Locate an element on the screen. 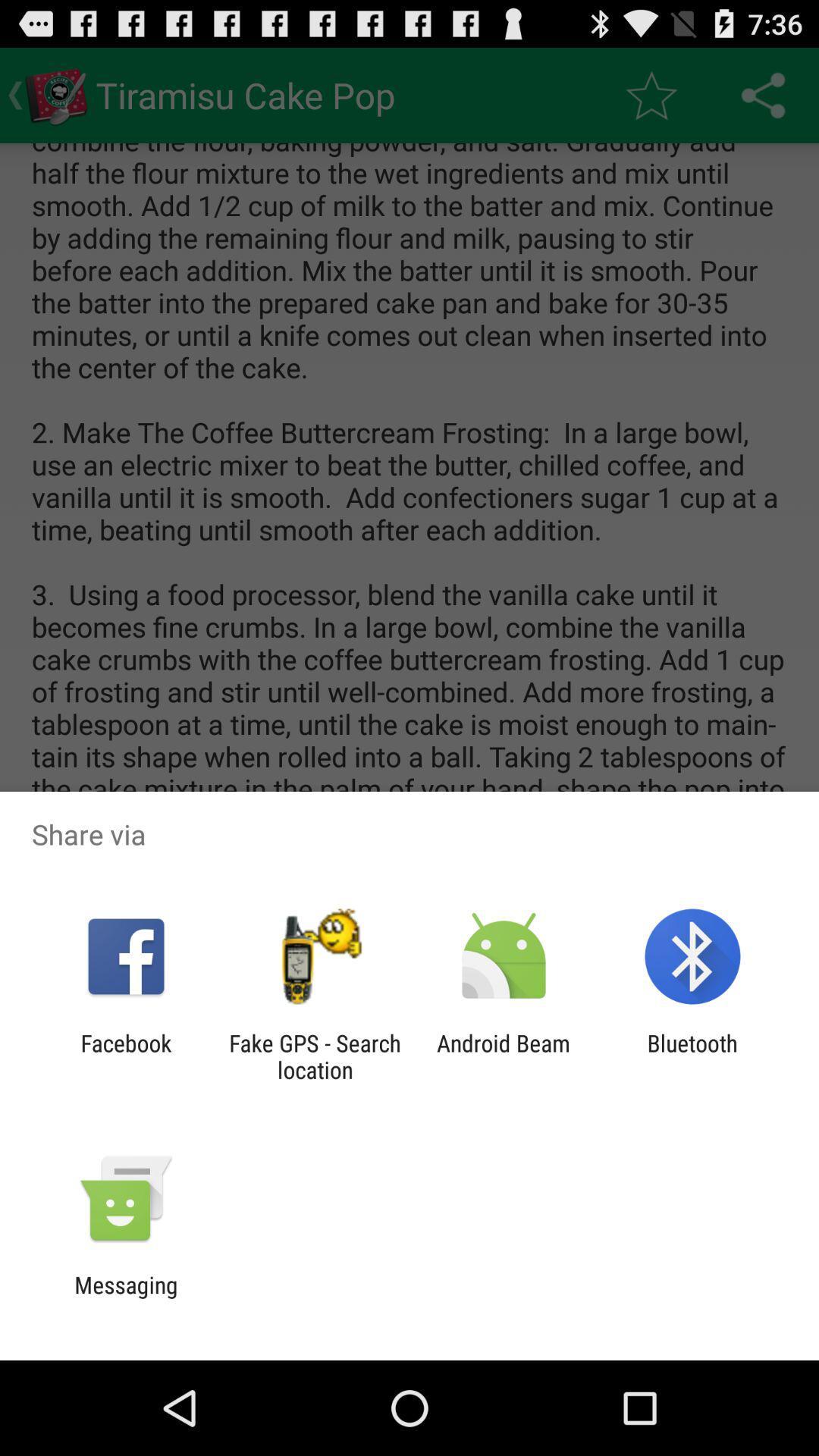  facebook icon is located at coordinates (125, 1056).